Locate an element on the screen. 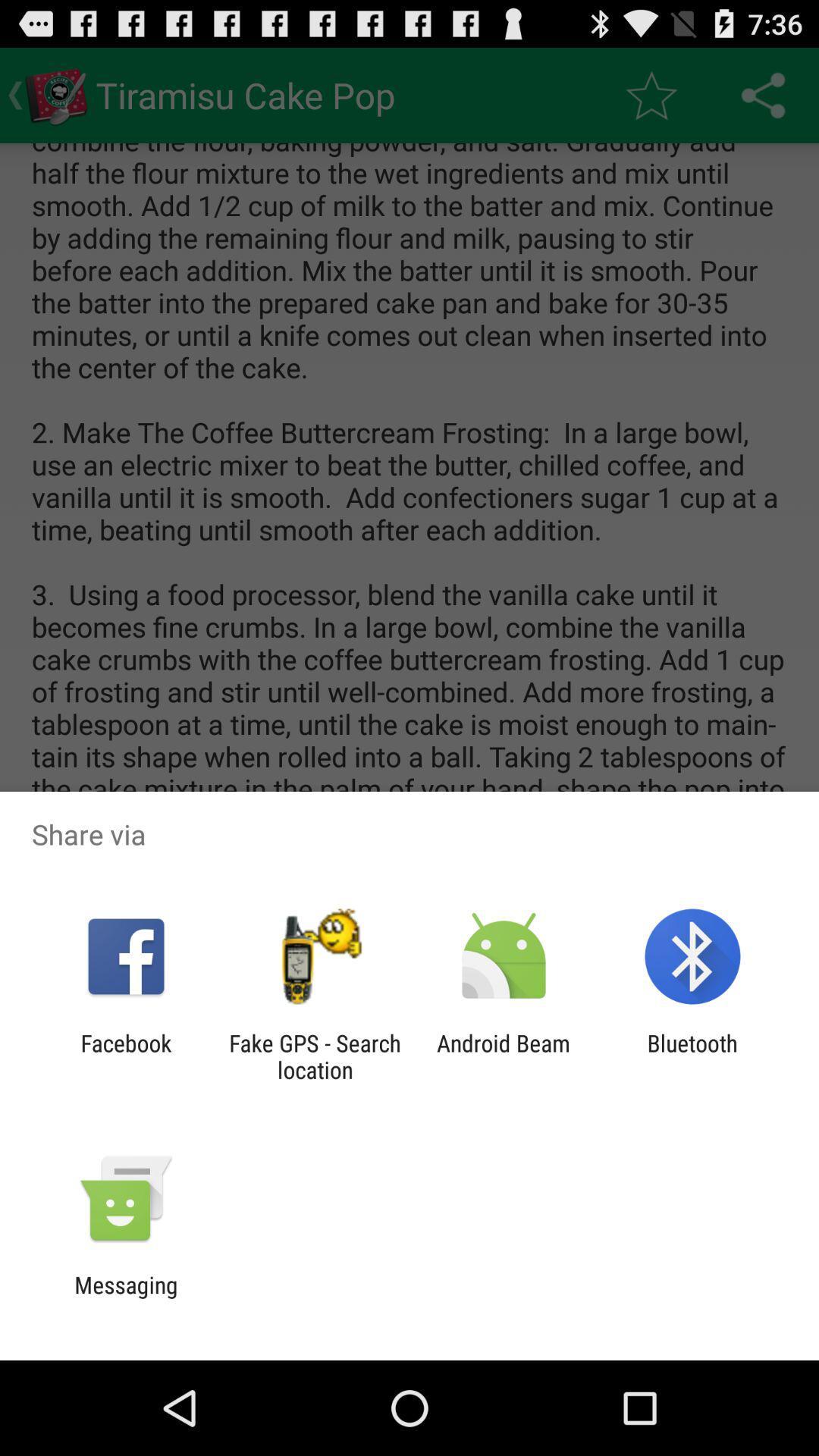  facebook icon is located at coordinates (125, 1056).